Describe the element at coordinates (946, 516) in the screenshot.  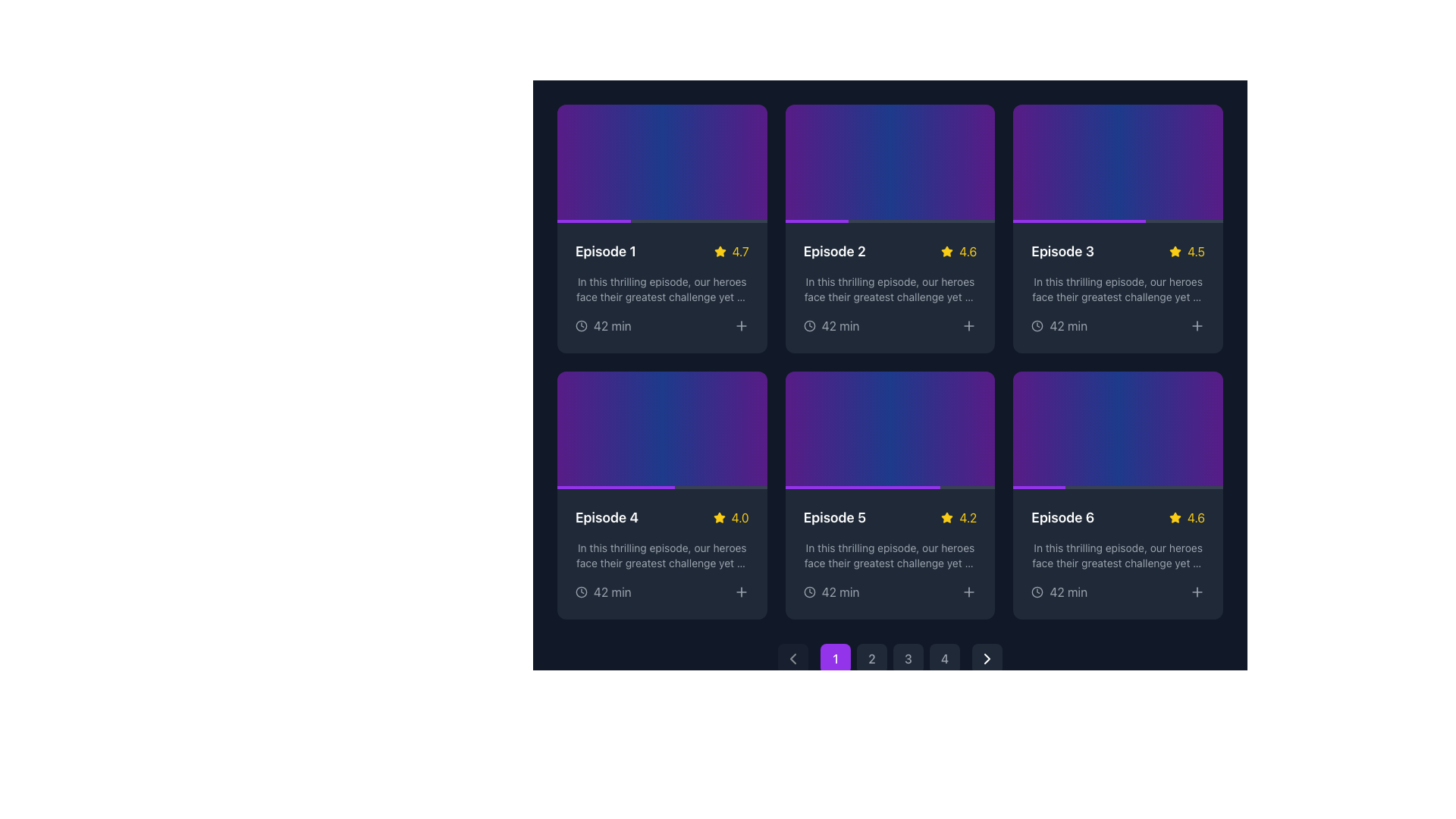
I see `yellow star icon representing ratings, located next to the numerical rating '4.2' in the card labeled 'Episode 5'` at that location.